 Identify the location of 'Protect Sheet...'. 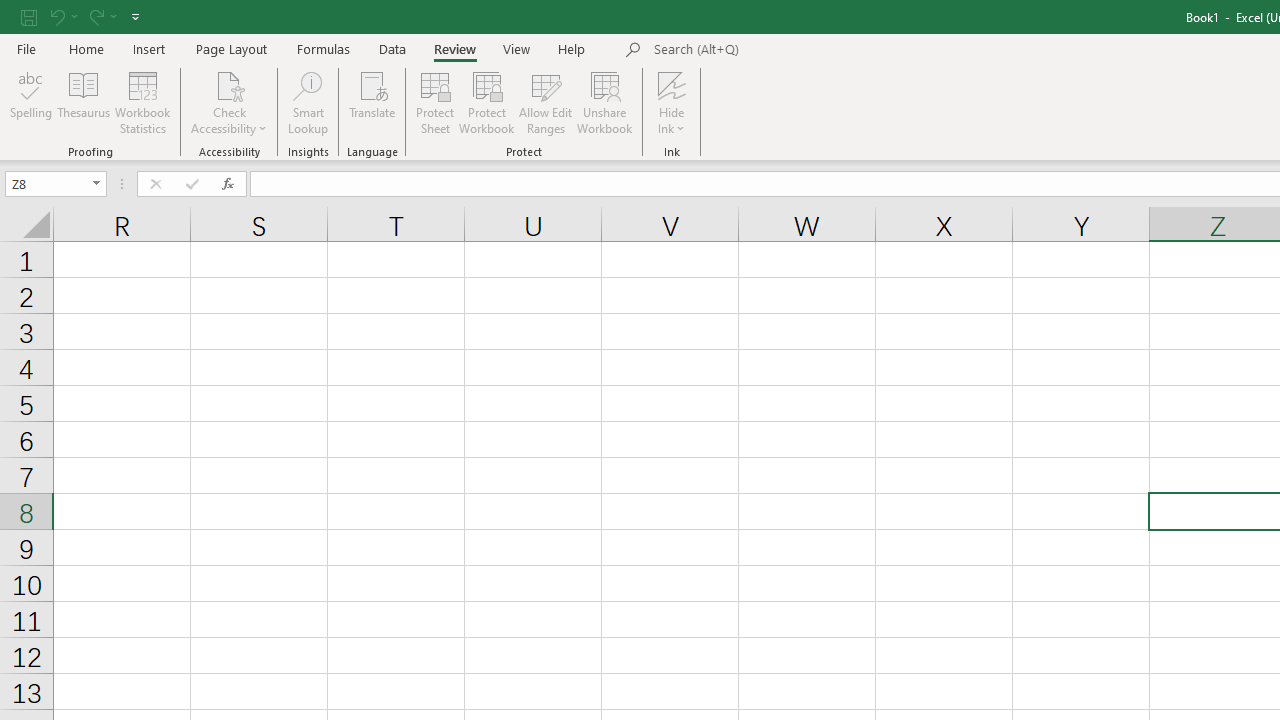
(434, 103).